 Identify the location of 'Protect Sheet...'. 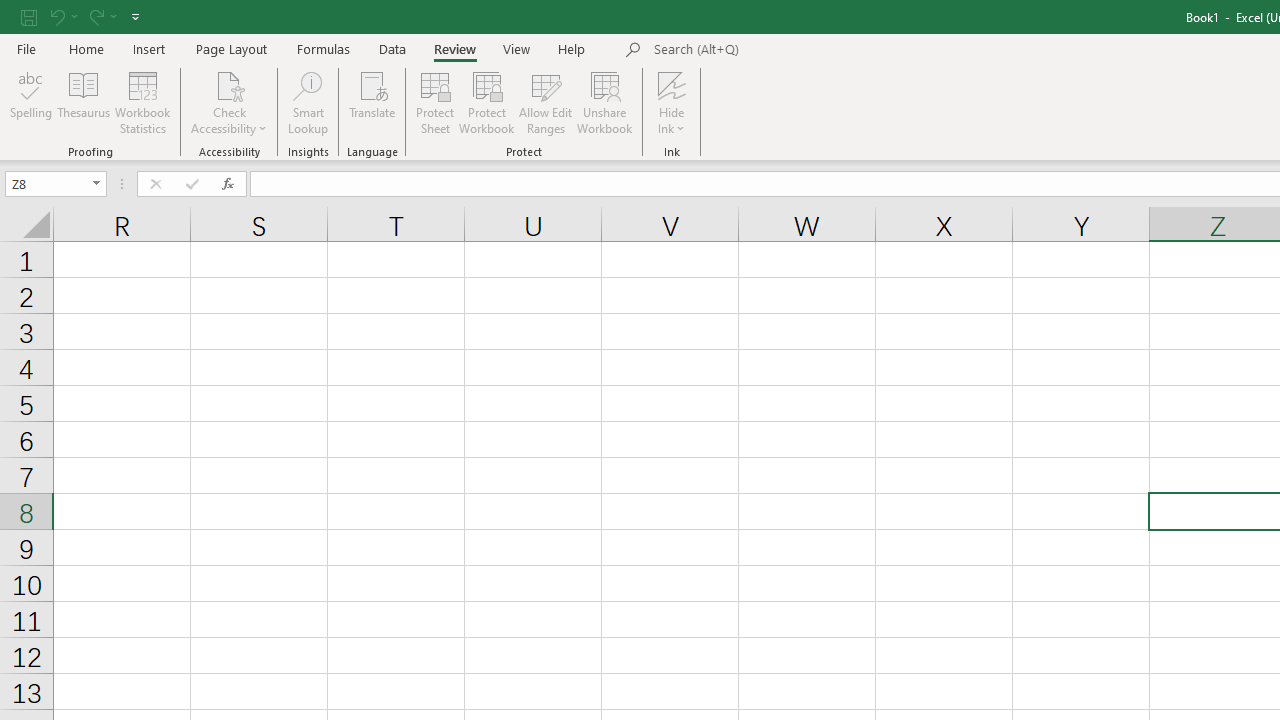
(434, 103).